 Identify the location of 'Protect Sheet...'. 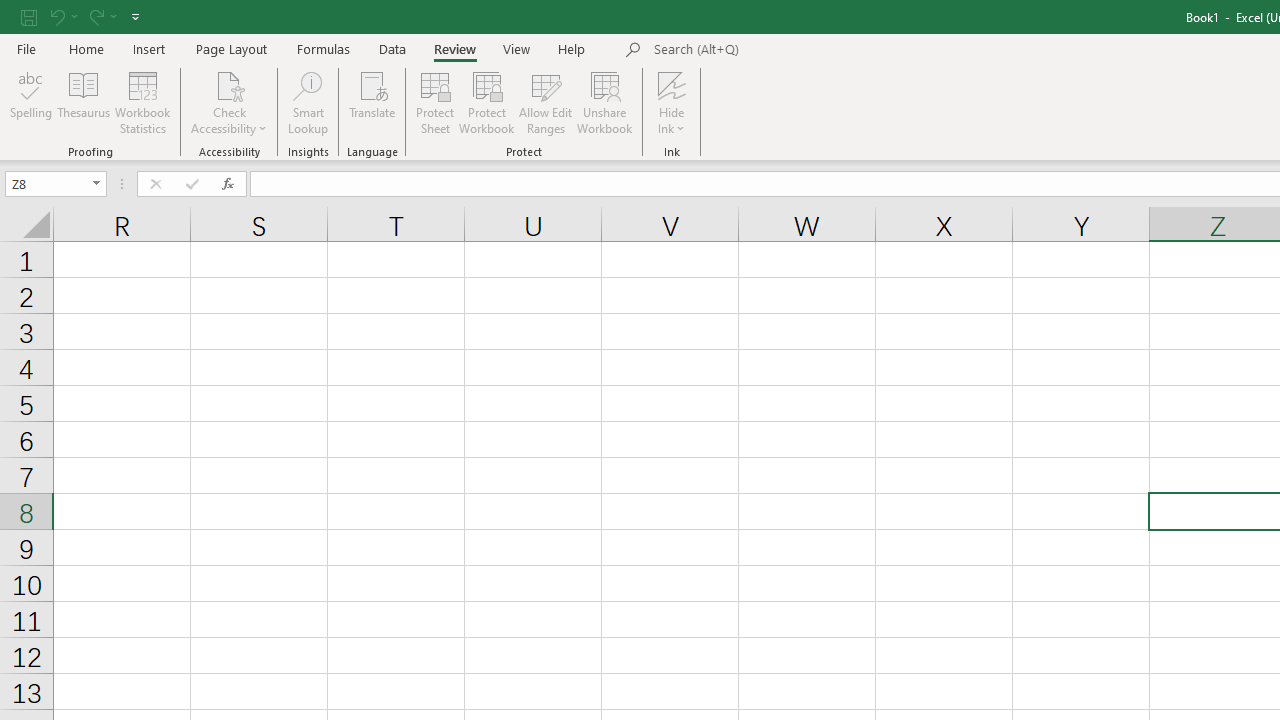
(434, 103).